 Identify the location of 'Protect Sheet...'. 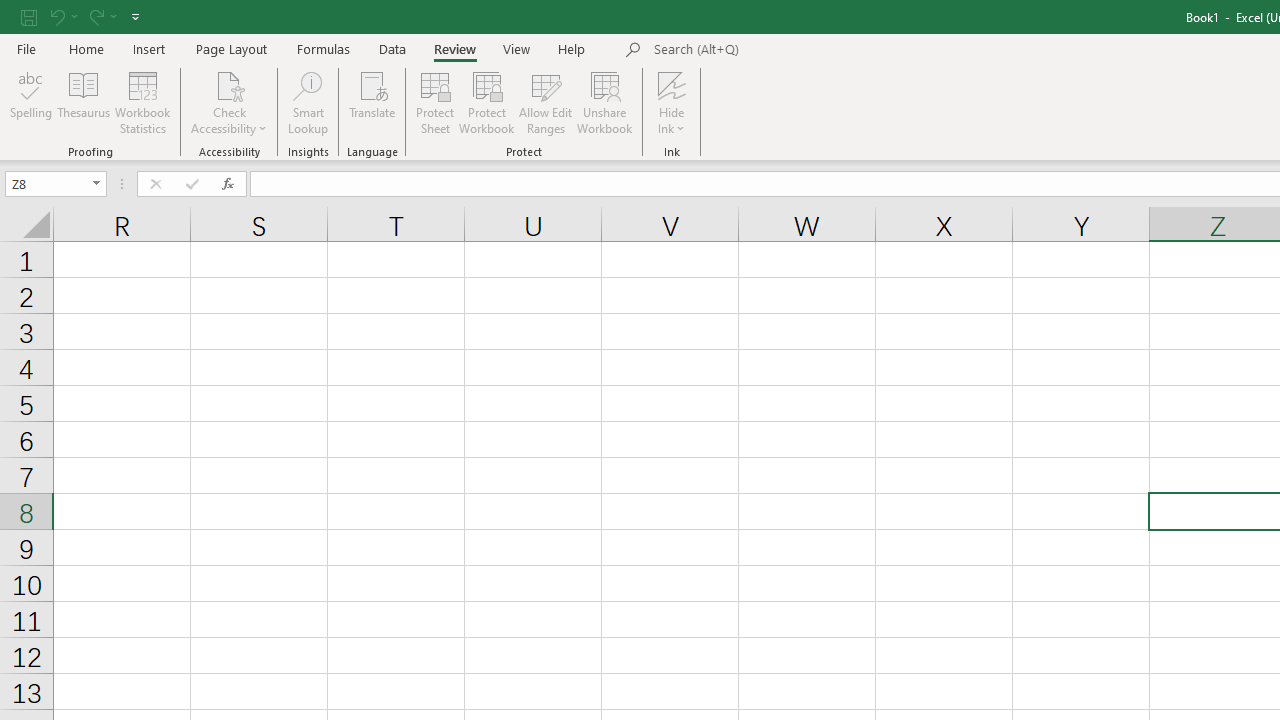
(434, 103).